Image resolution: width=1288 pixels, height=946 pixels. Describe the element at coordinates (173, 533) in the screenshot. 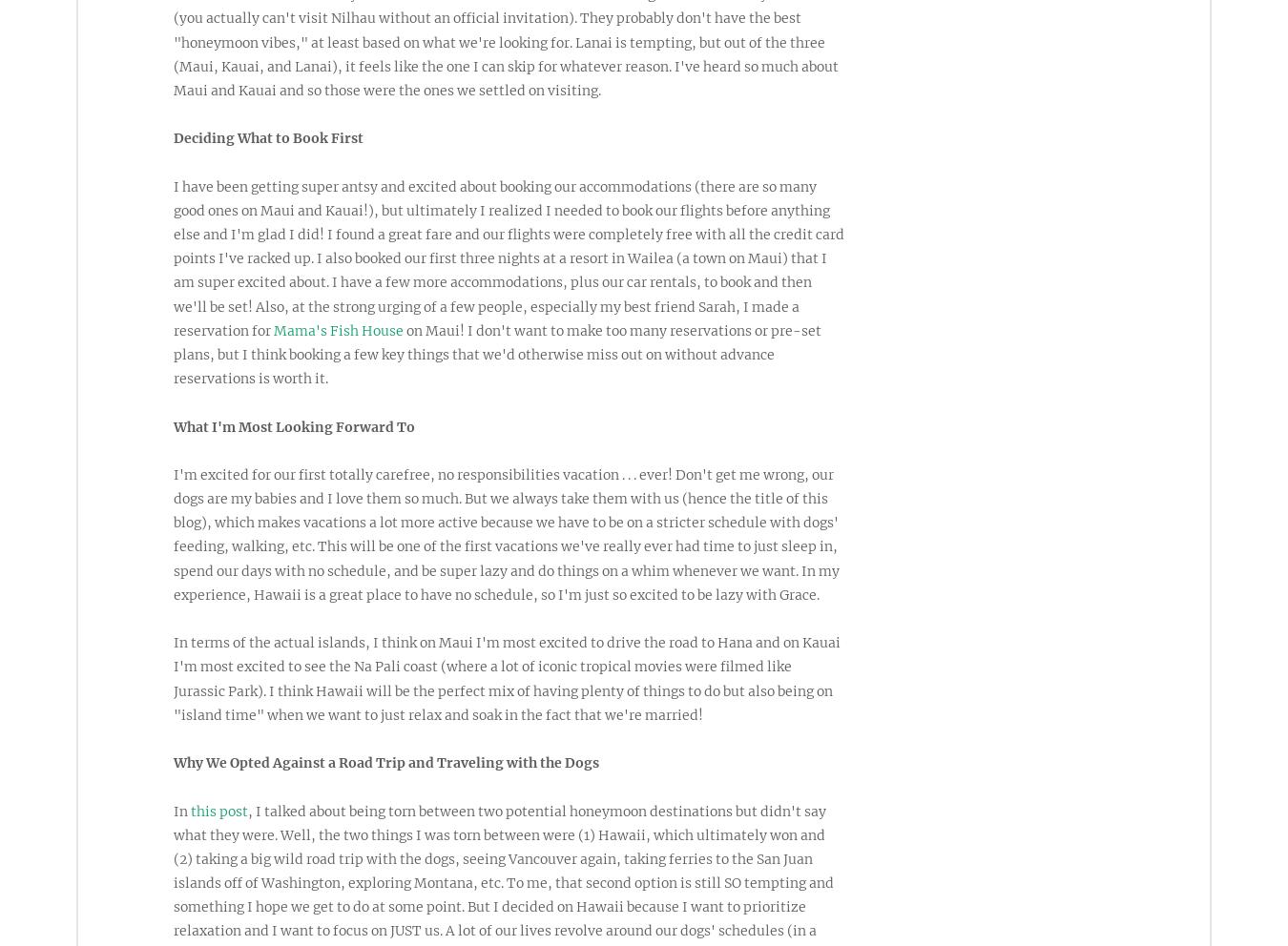

I see `'I'm excited for our first totally carefree, no responsibilities vacation . . . ever! Don't get me wrong, our dogs are my babies and I love them so much. But we always take them with us (hence the title of this blog), which makes vacations a lot more active because we have to be on a stricter schedule with dogs' feeding, walking, etc. This will be one of the first vacations we've really ever had time to just sleep in, spend our days with no schedule, and be super lazy and do things on a whim whenever we want. In my experience, Hawaii is a great place to have no schedule, so I'm just so excited to be lazy with Grace.'` at that location.